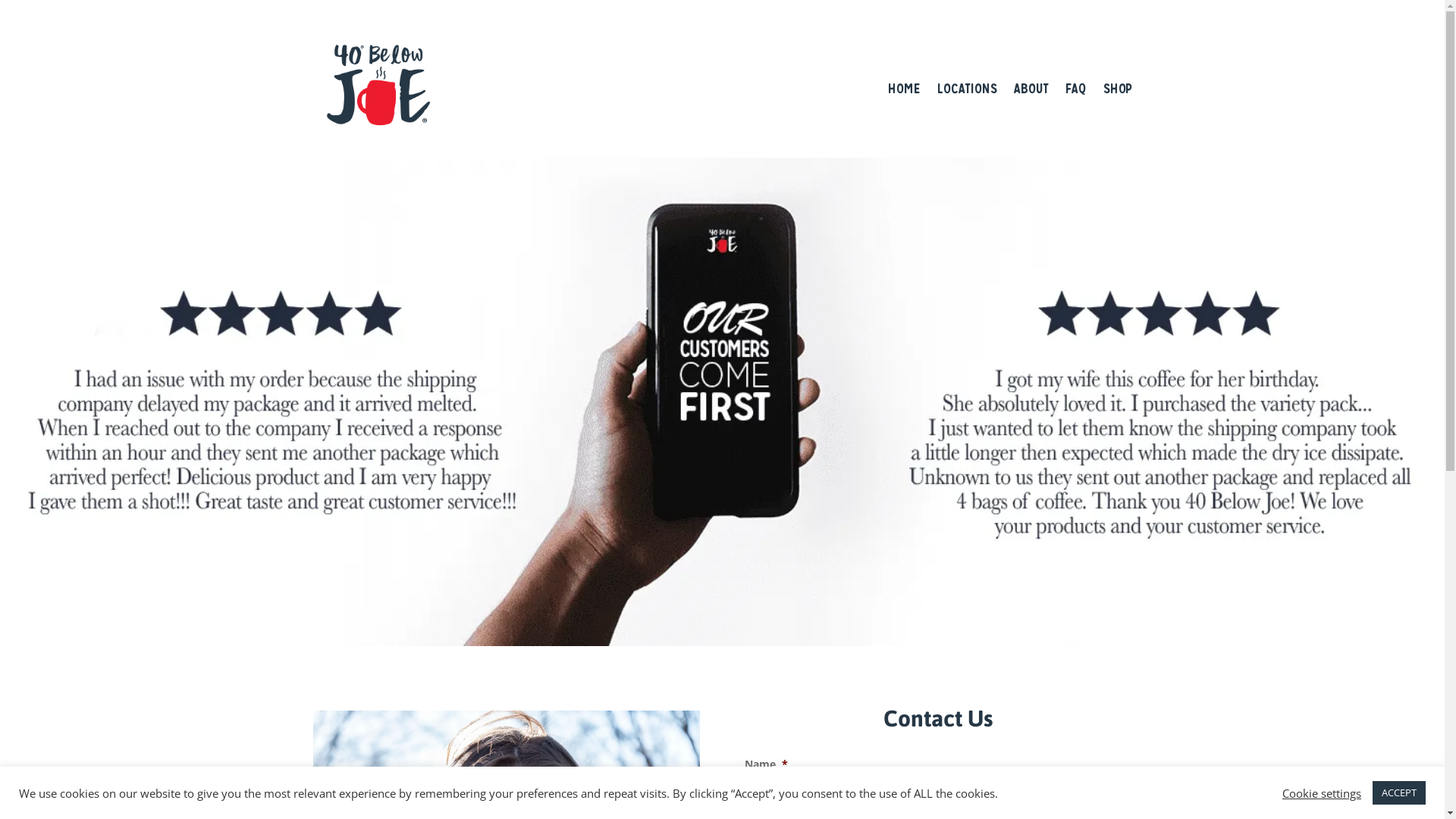 The image size is (1456, 819). Describe the element at coordinates (1398, 792) in the screenshot. I see `'ACCEPT'` at that location.